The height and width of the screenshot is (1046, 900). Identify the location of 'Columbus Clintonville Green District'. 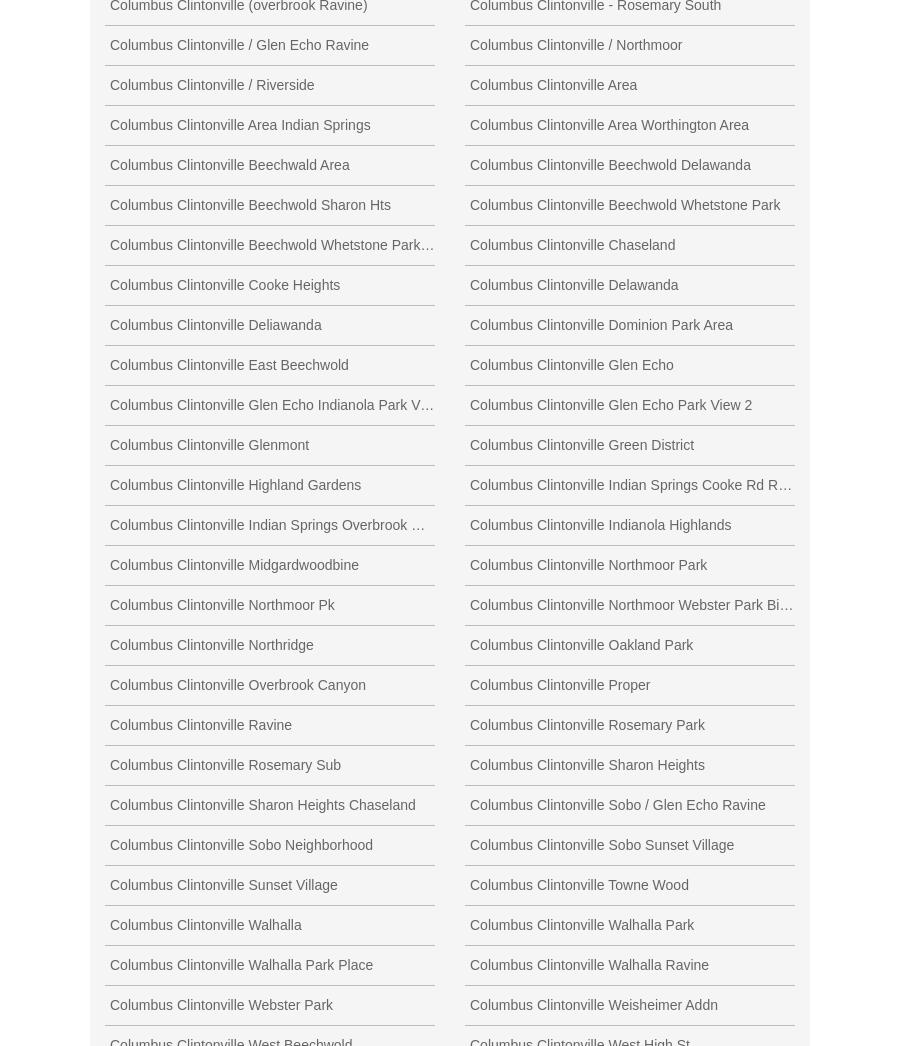
(582, 443).